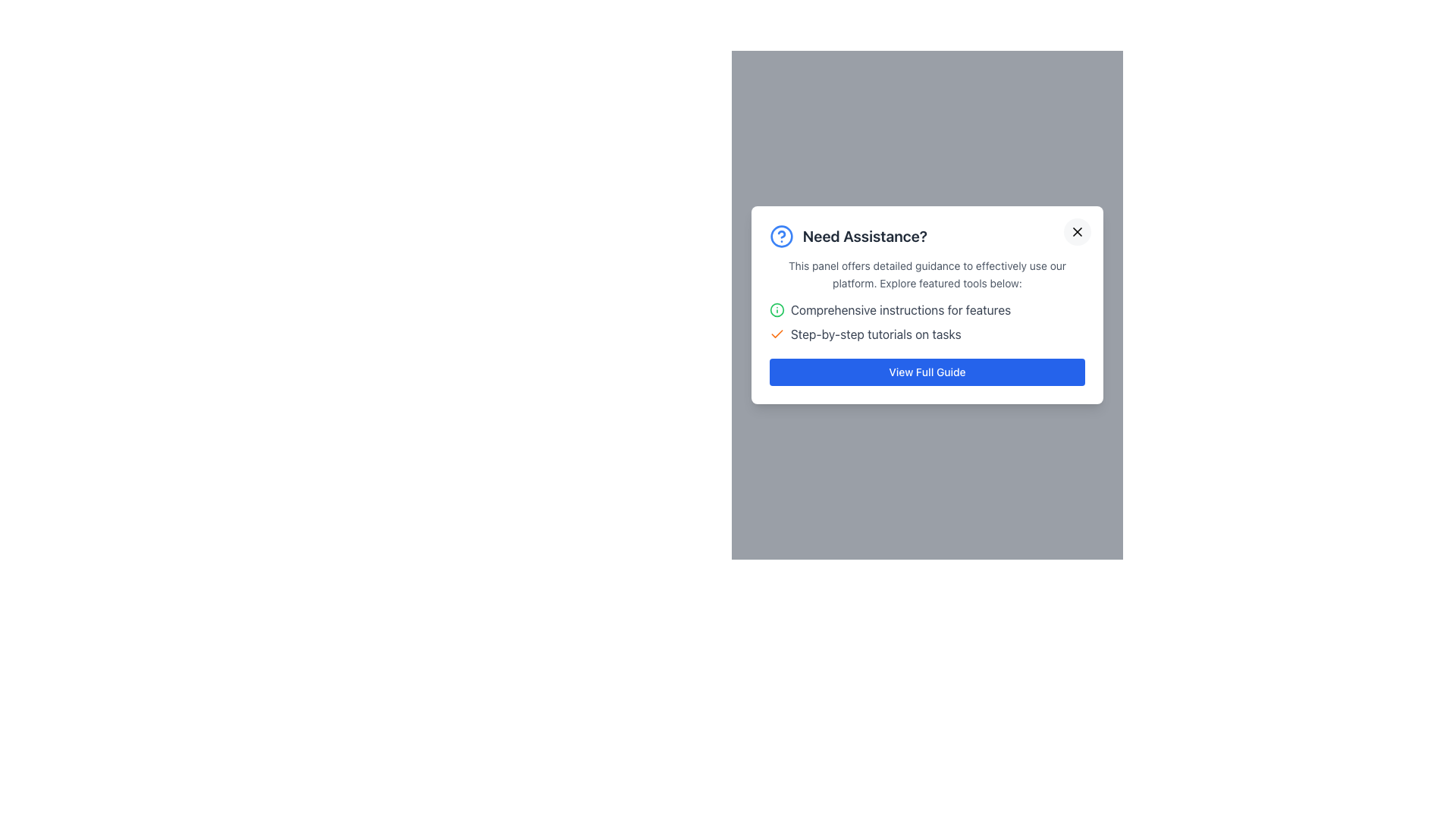  Describe the element at coordinates (1077, 231) in the screenshot. I see `the circular button located in the top-right corner of the 'Need Assistance?' panel` at that location.